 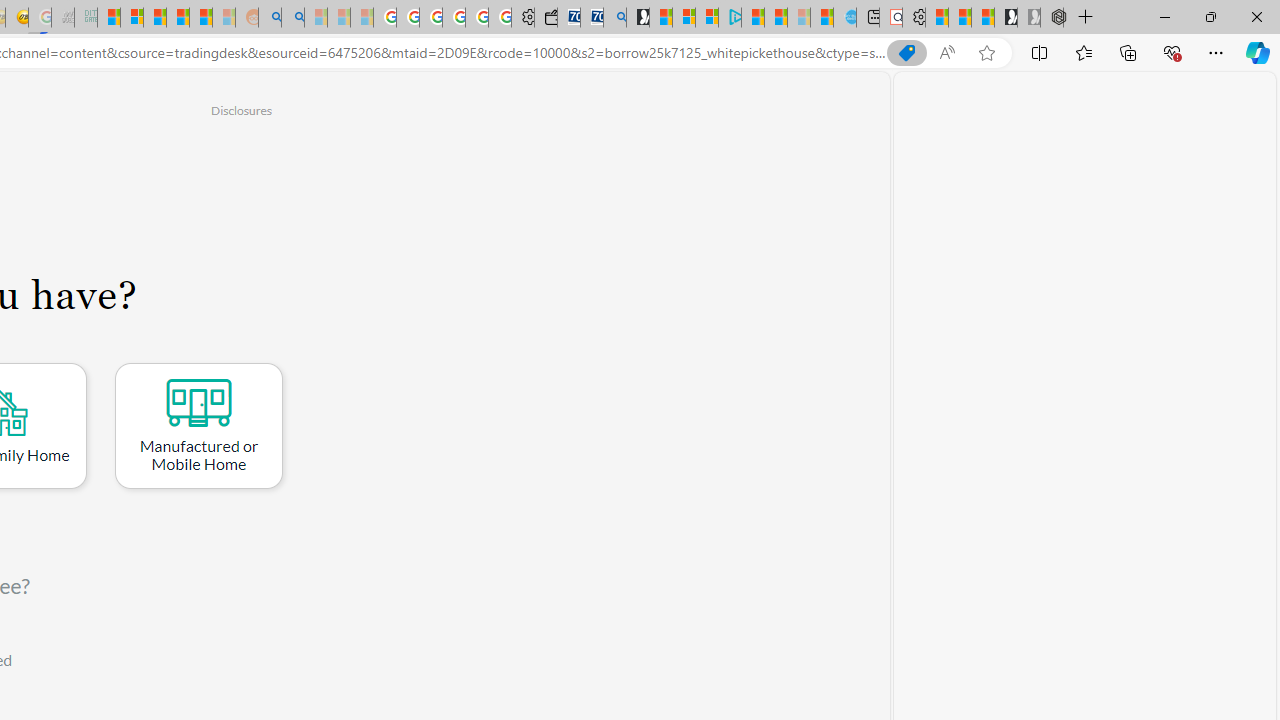 What do you see at coordinates (614, 17) in the screenshot?
I see `'Bing Real Estate - Home sales and rental listings'` at bounding box center [614, 17].